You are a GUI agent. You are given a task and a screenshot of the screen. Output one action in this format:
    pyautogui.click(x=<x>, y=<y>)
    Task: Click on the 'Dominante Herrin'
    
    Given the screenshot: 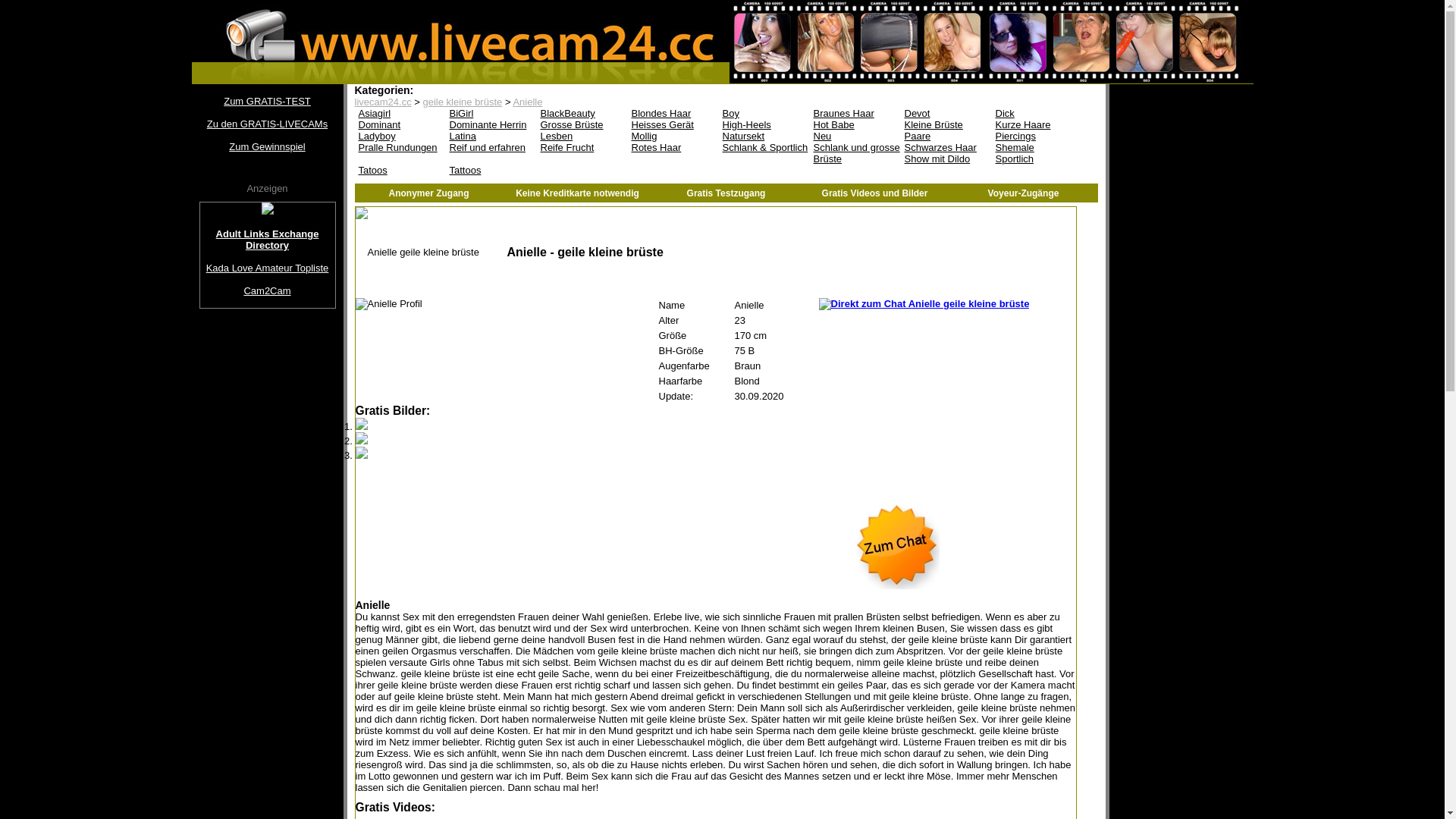 What is the action you would take?
    pyautogui.click(x=491, y=124)
    